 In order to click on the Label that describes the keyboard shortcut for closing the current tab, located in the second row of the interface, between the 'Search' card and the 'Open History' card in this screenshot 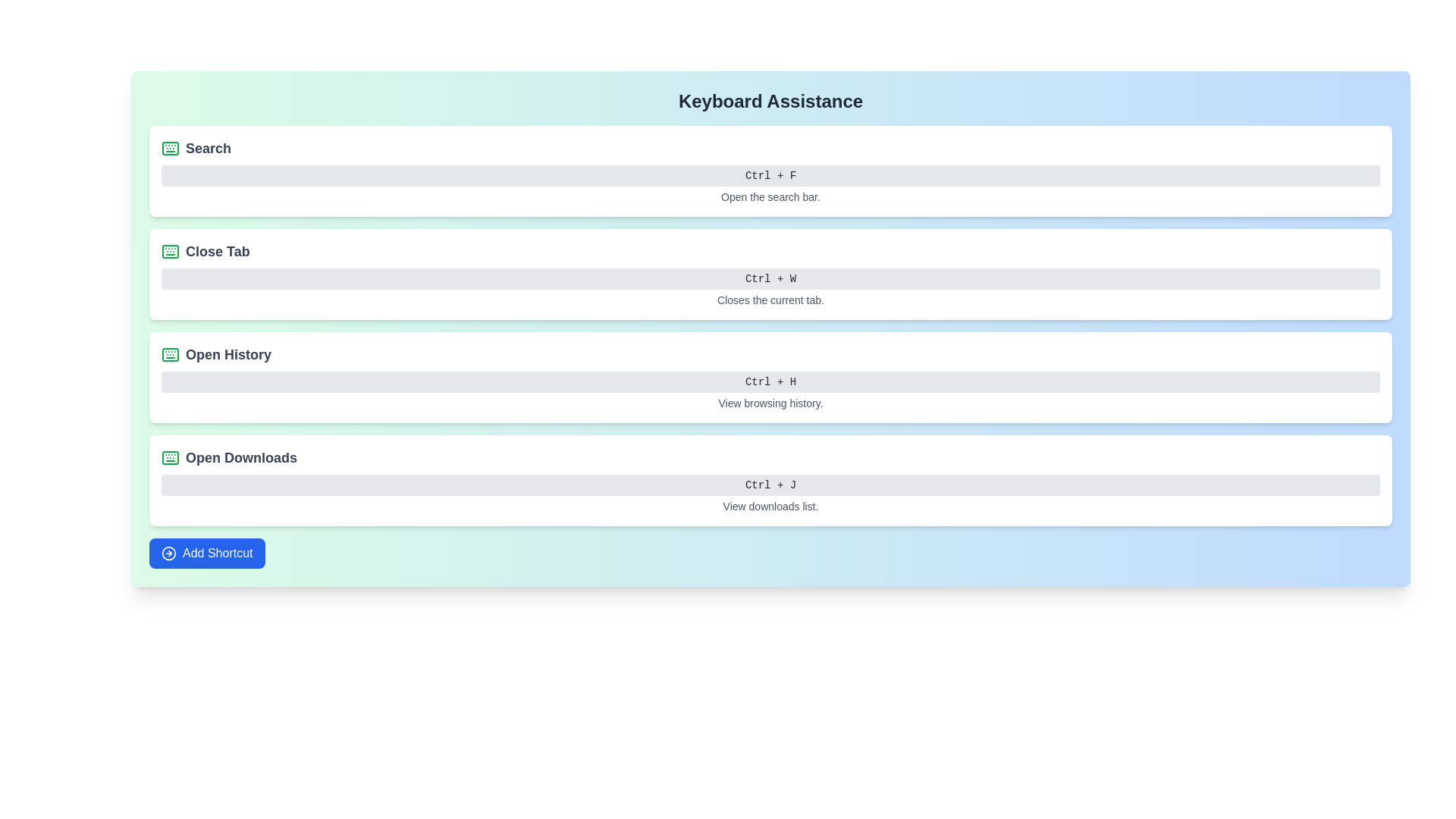, I will do `click(217, 250)`.